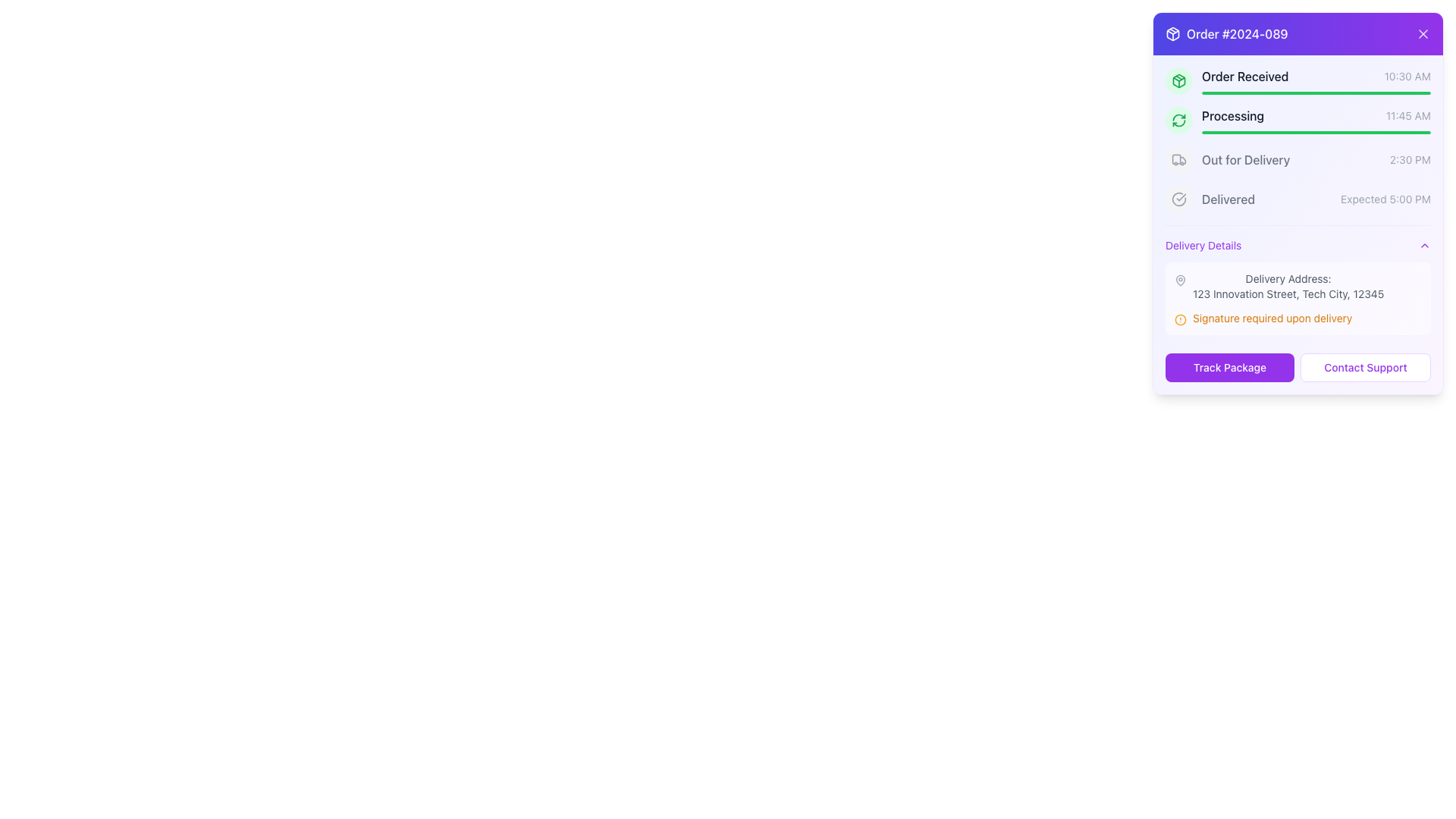 Image resolution: width=1456 pixels, height=819 pixels. I want to click on the status indicator showing 'Out, so click(1298, 160).